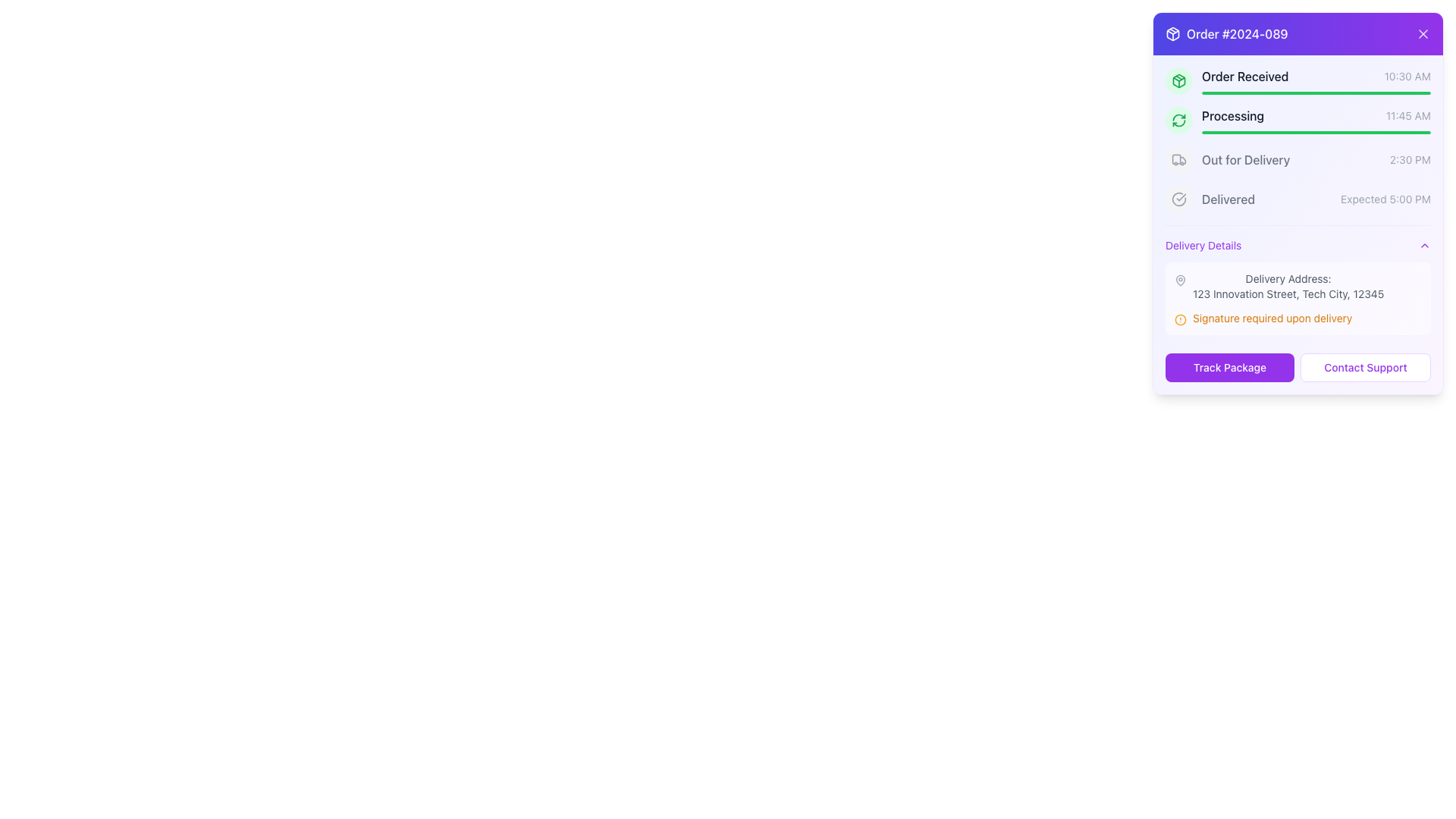 Image resolution: width=1456 pixels, height=819 pixels. I want to click on the status indicator showing 'Out, so click(1298, 160).